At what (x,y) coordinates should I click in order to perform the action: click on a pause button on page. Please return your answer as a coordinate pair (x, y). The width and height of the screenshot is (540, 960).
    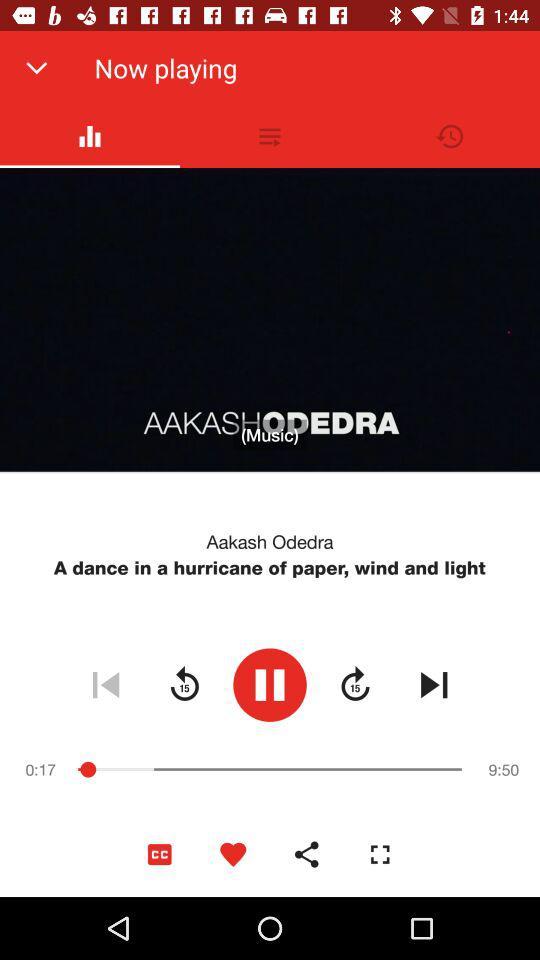
    Looking at the image, I should click on (270, 684).